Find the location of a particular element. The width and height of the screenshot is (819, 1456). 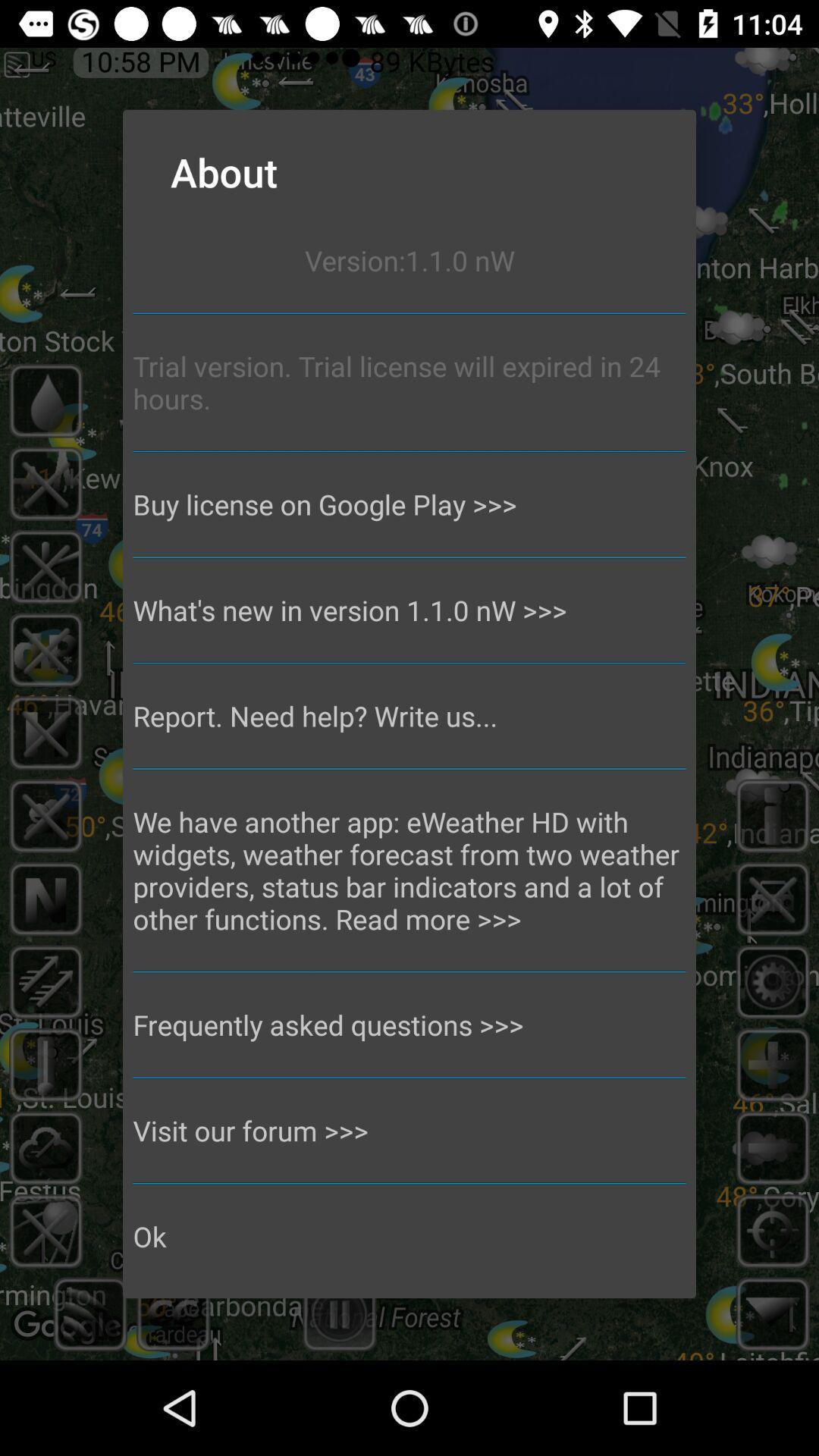

the what s new is located at coordinates (409, 610).